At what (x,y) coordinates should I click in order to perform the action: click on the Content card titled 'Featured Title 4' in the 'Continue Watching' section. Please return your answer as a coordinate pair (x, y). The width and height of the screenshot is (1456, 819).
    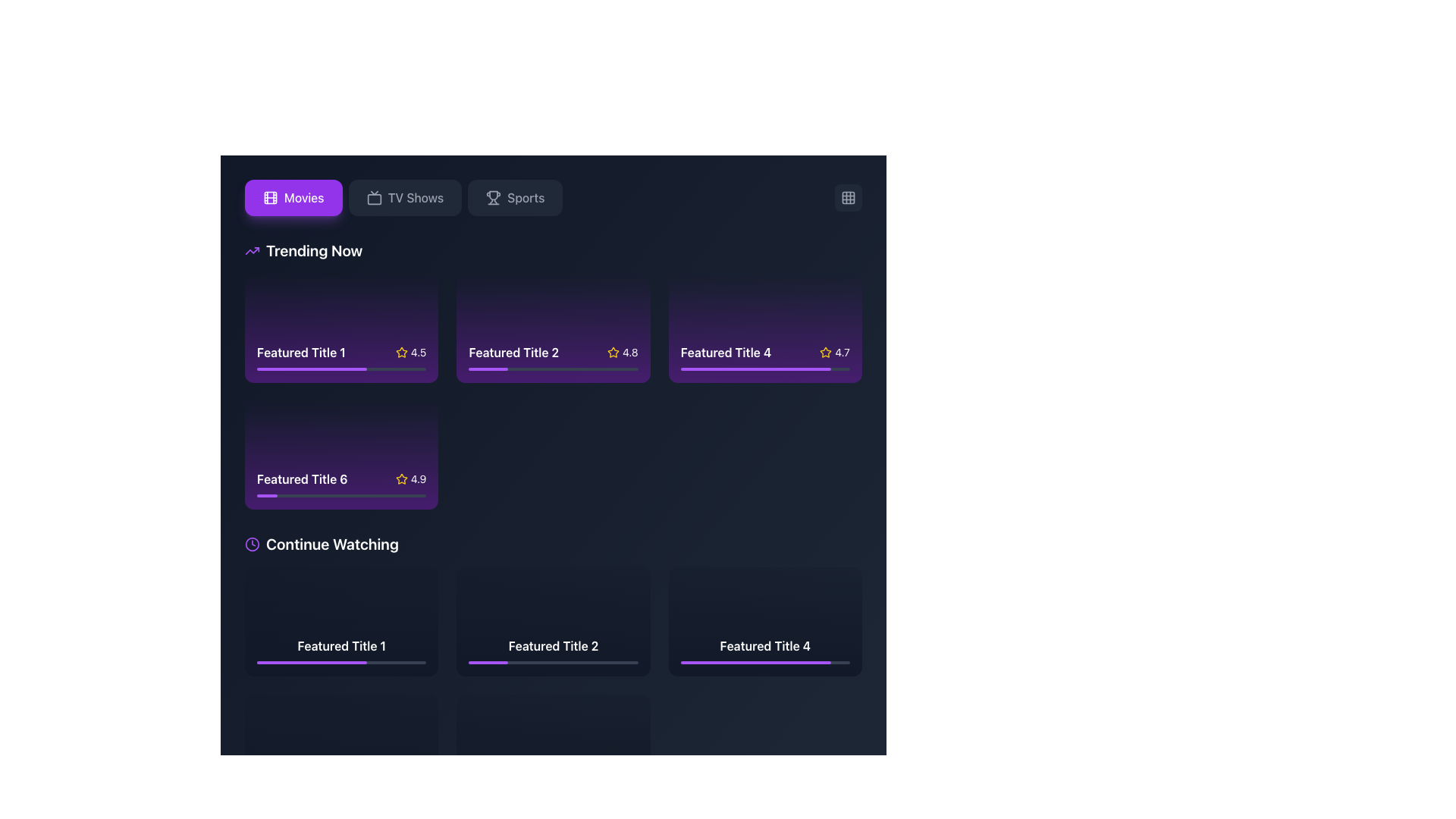
    Looking at the image, I should click on (765, 649).